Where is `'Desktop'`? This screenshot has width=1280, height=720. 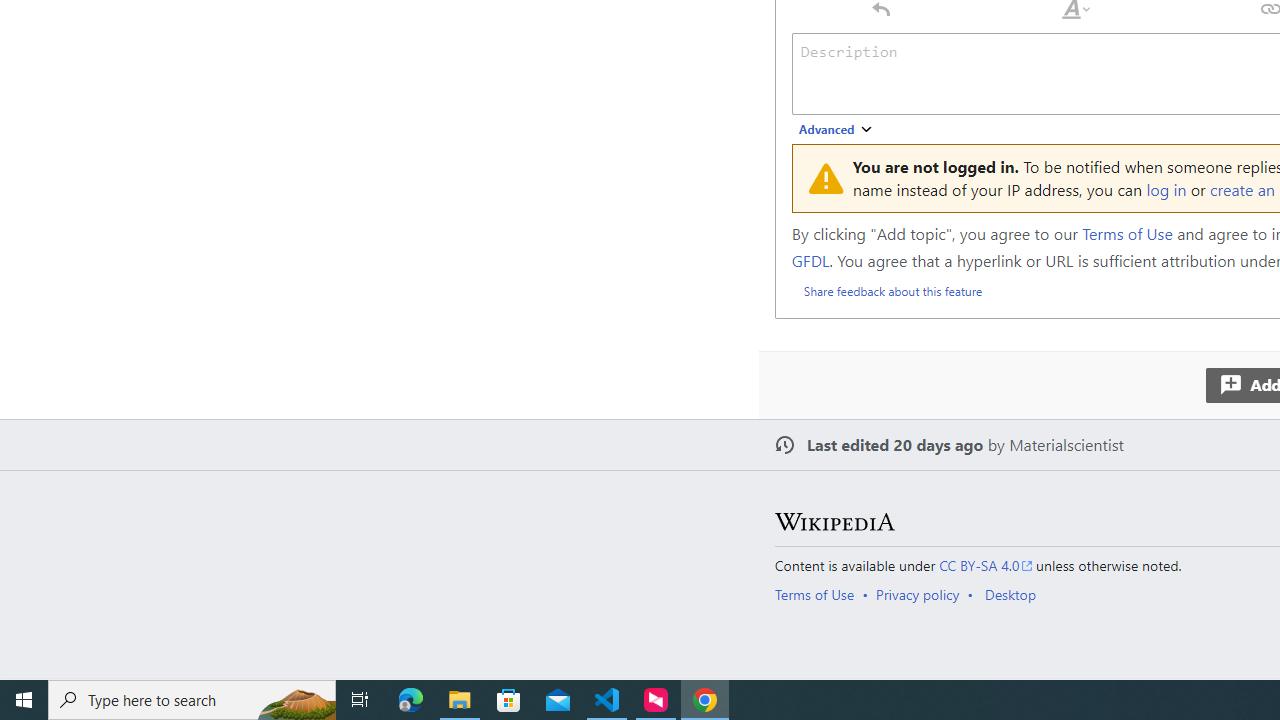 'Desktop' is located at coordinates (1010, 593).